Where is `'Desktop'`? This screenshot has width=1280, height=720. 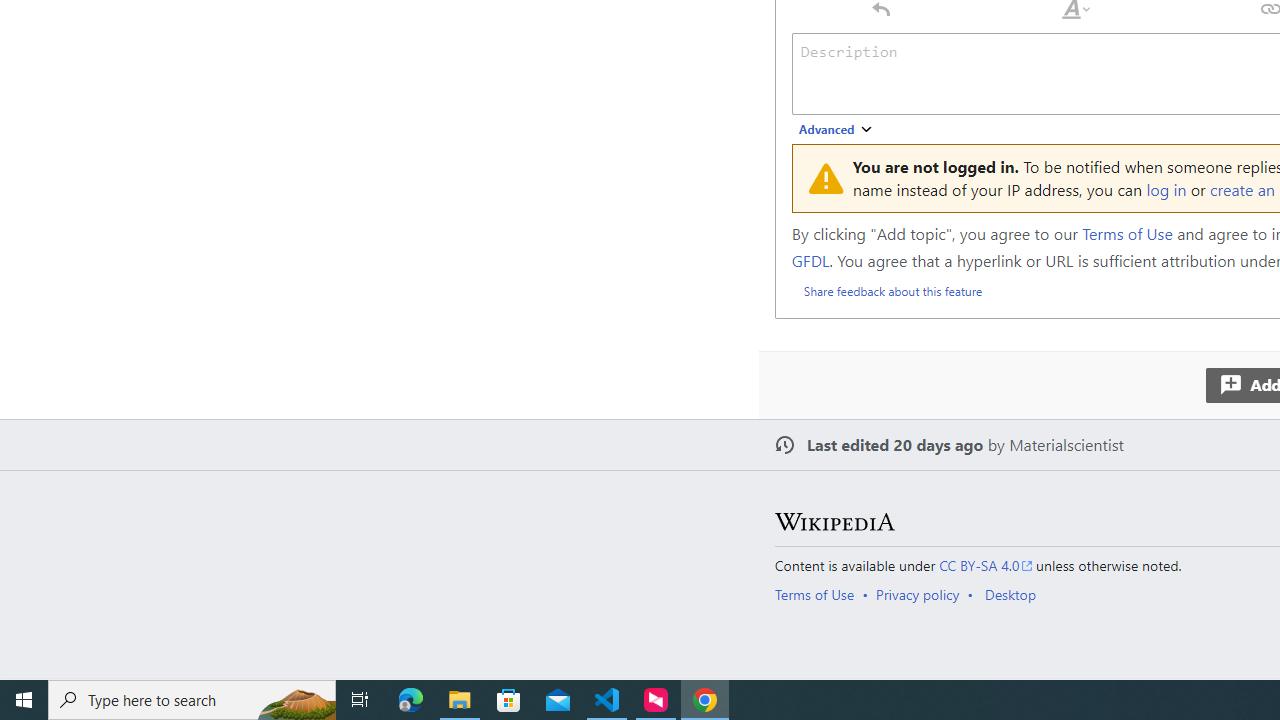 'Desktop' is located at coordinates (1010, 593).